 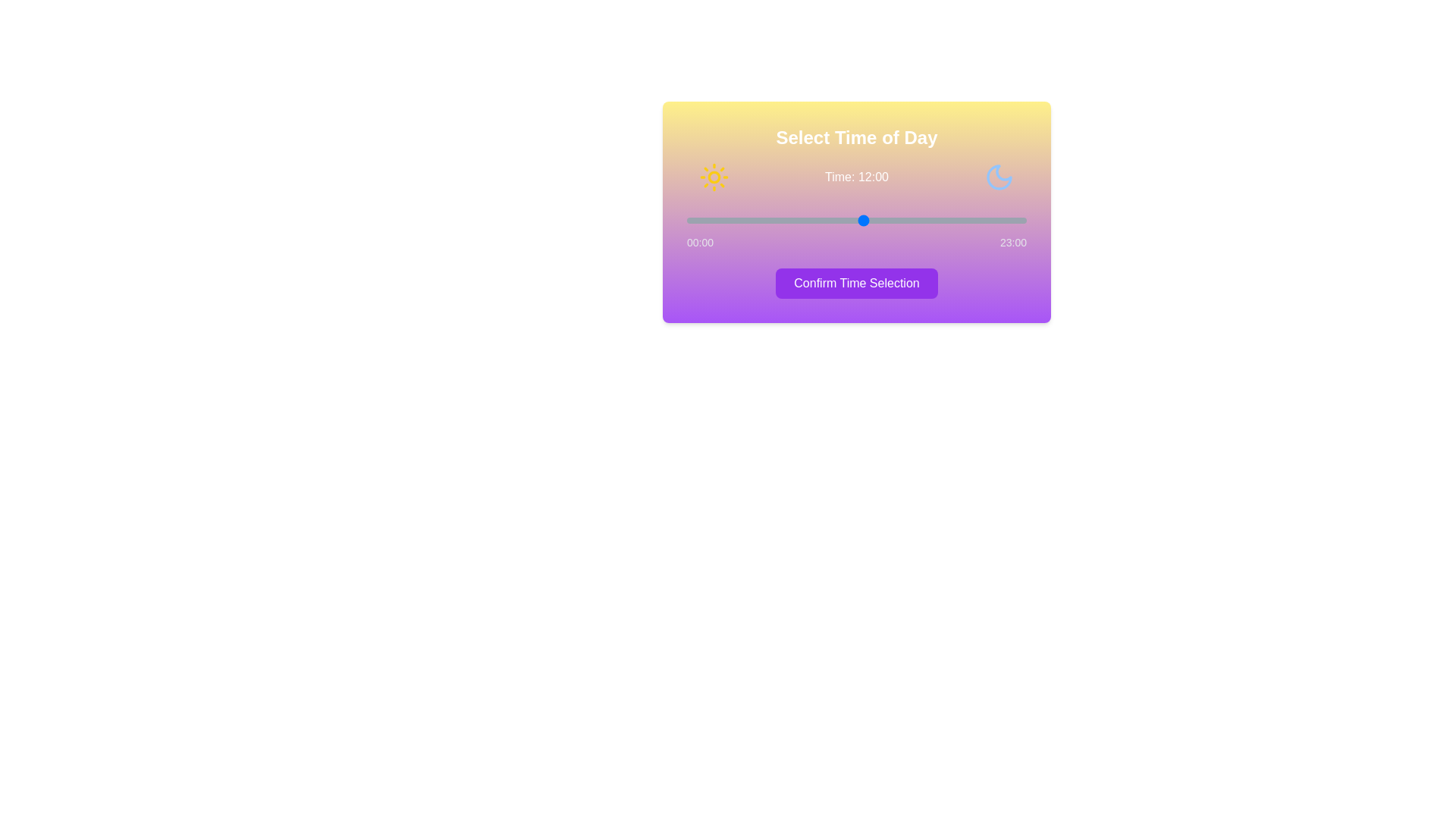 I want to click on the time to 8 hour(s) by interacting with the slider, so click(x=804, y=220).